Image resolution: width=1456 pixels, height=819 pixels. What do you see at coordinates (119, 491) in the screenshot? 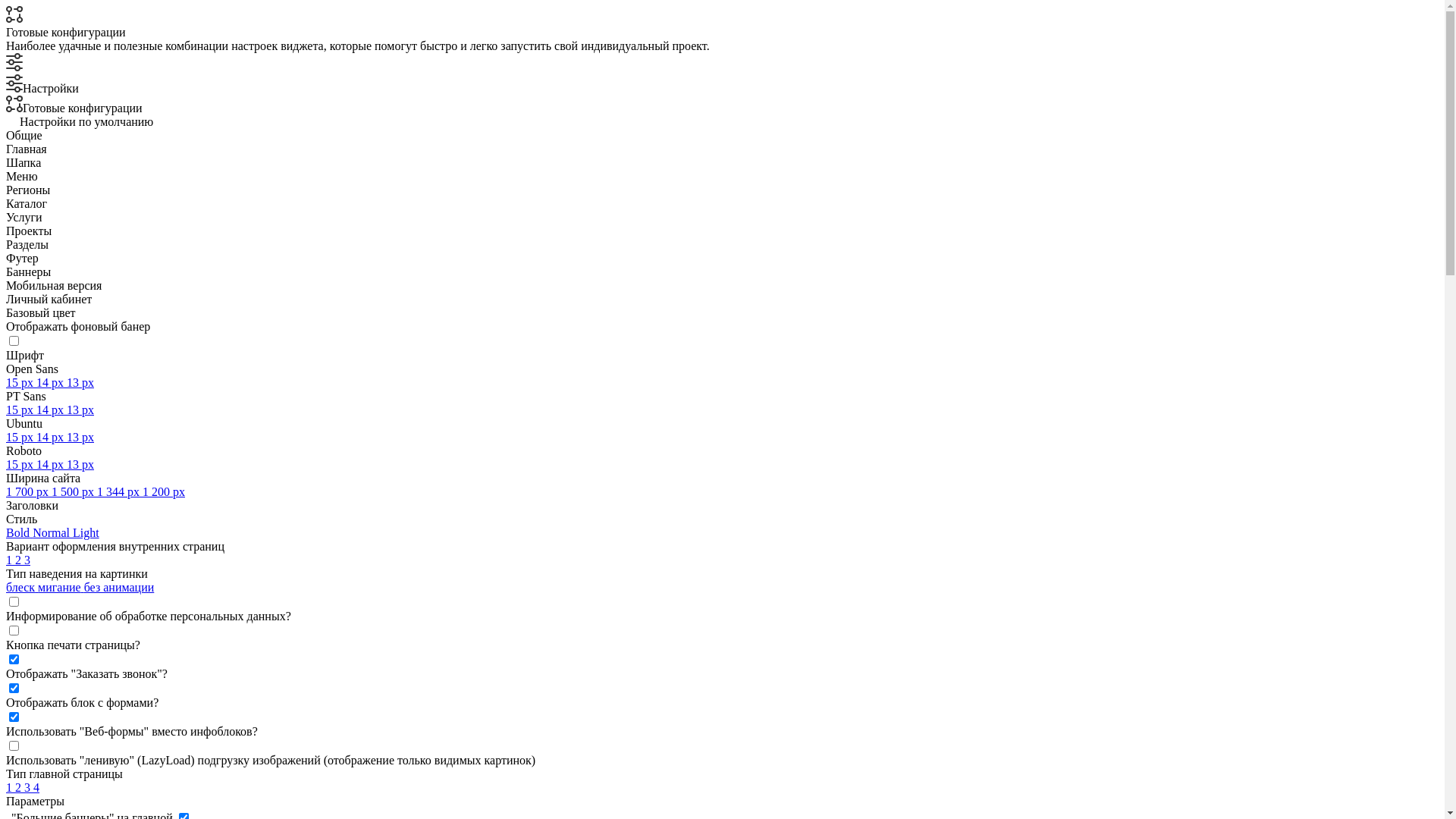
I see `'1 344 px'` at bounding box center [119, 491].